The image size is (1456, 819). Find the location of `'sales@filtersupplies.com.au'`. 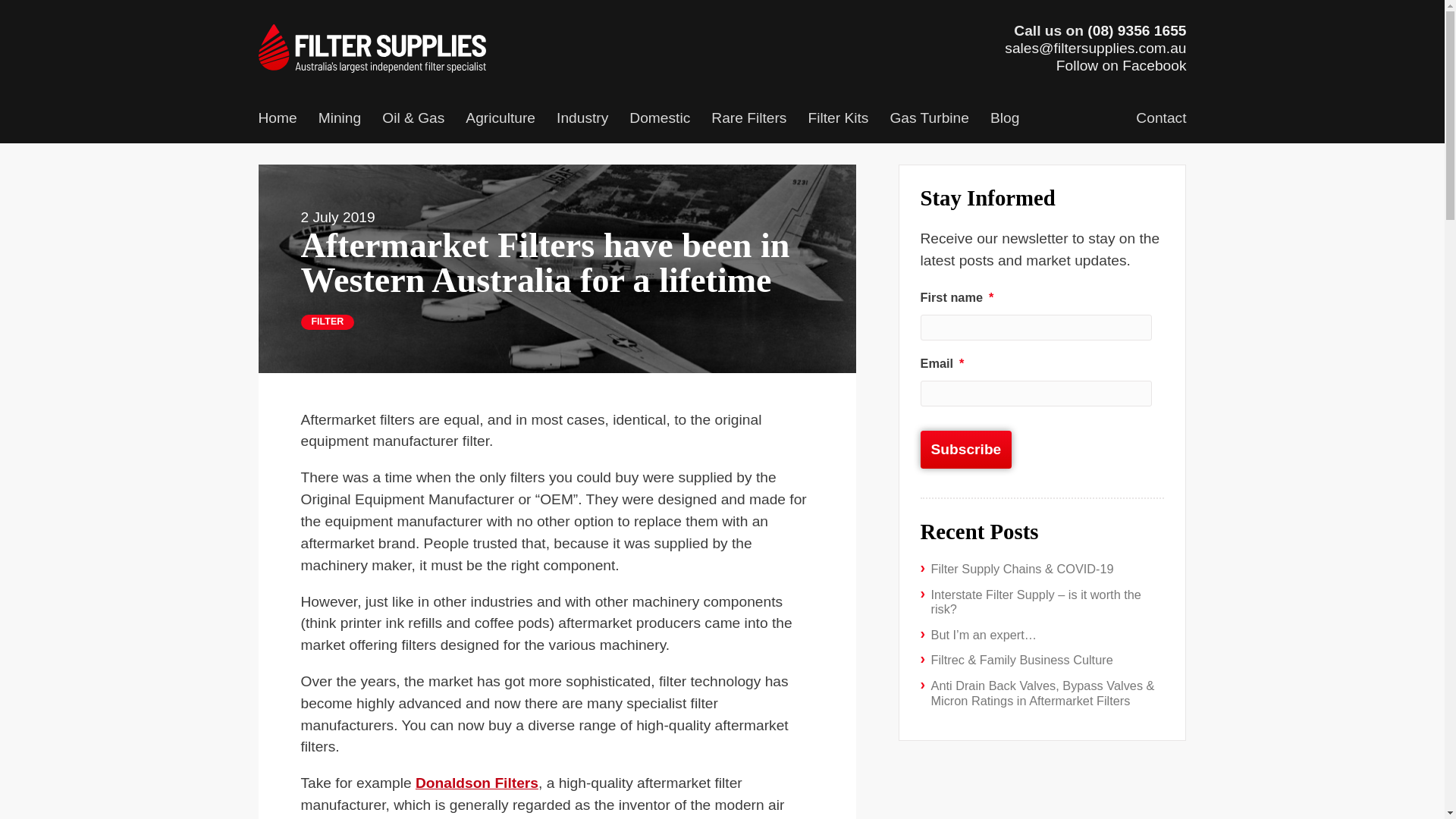

'sales@filtersupplies.com.au' is located at coordinates (1004, 47).